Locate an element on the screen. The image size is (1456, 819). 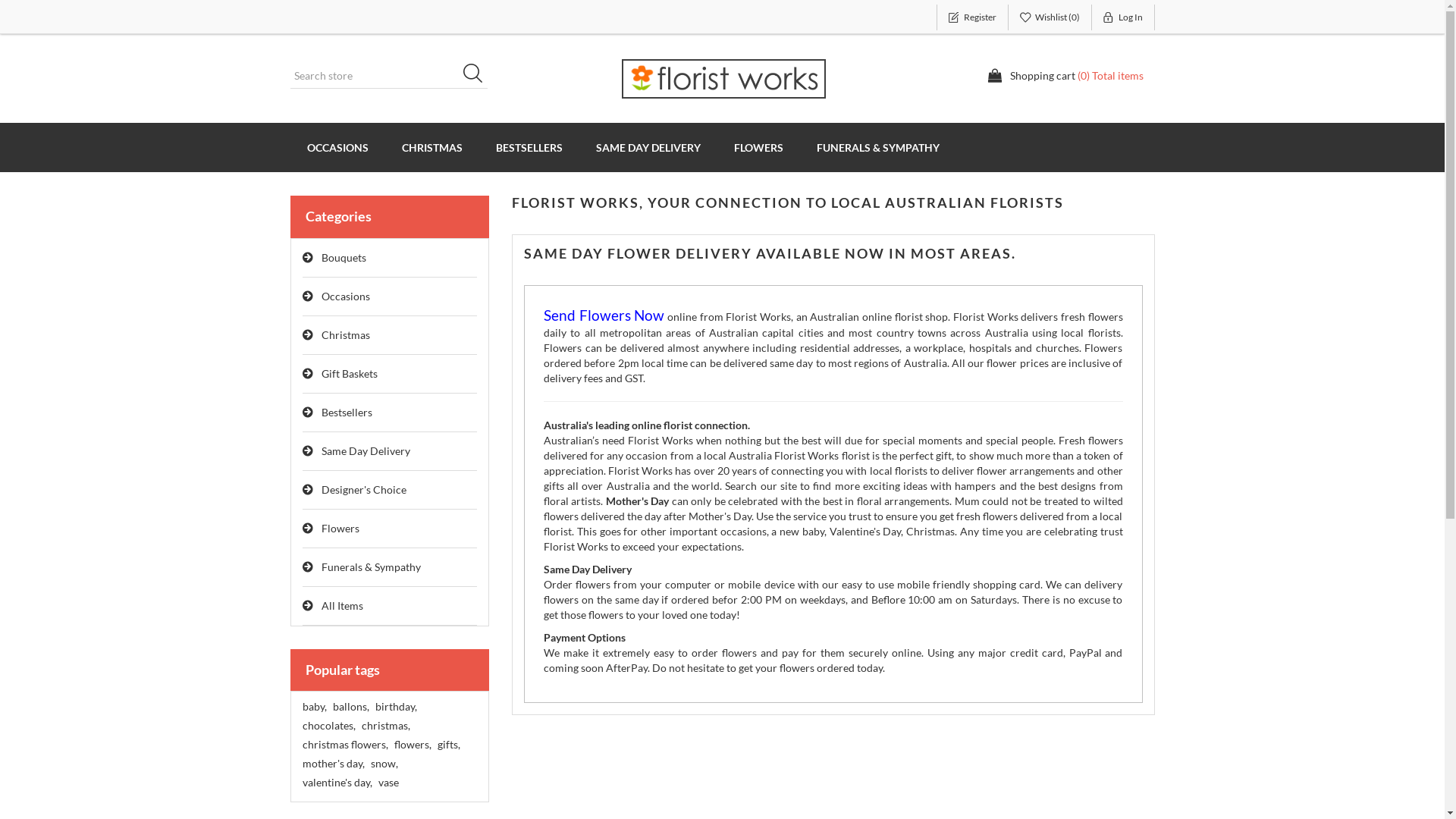
'Gift Baskets' is located at coordinates (389, 374).